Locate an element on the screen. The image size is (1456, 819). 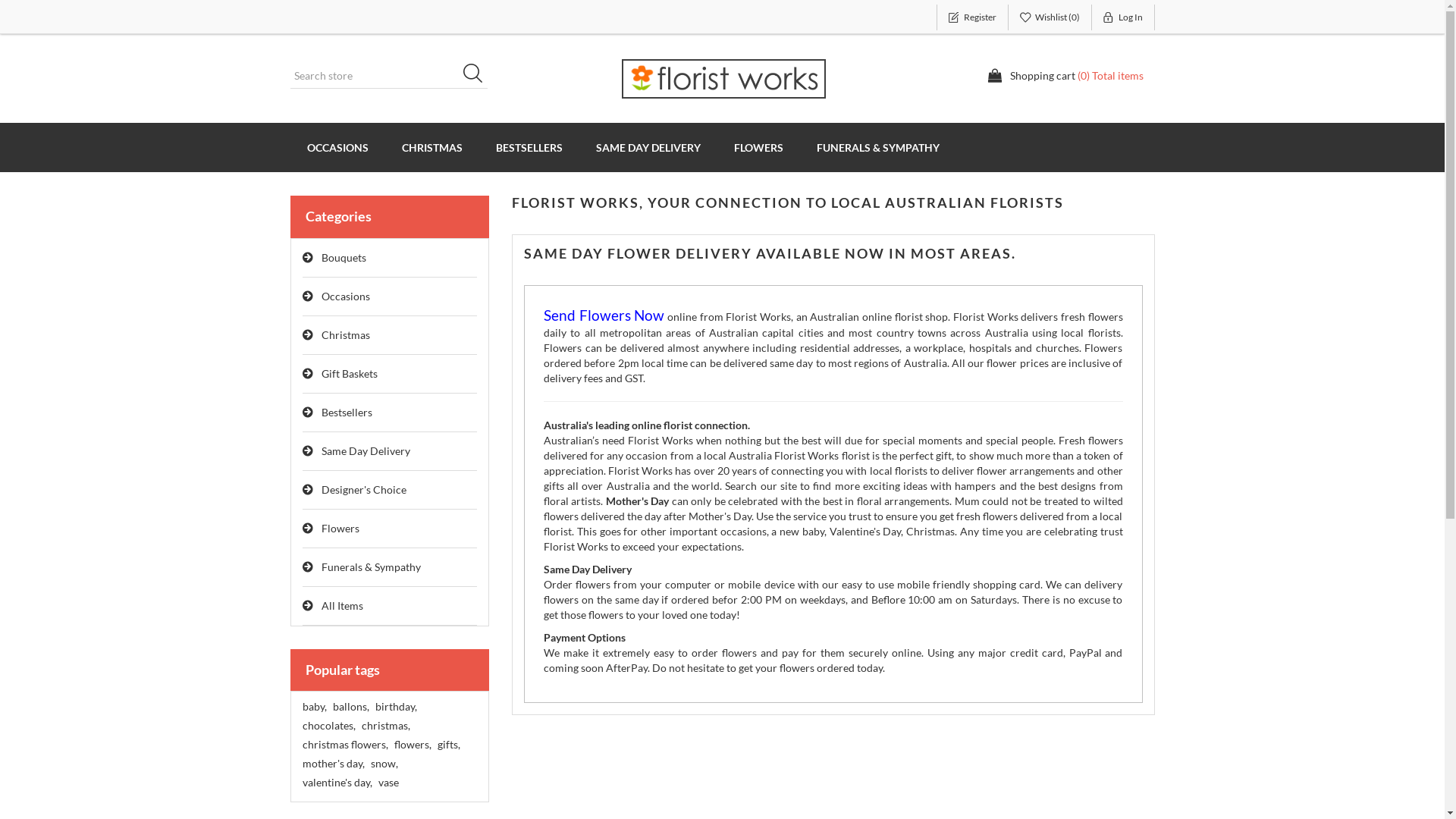
'Gift Baskets' is located at coordinates (389, 374).